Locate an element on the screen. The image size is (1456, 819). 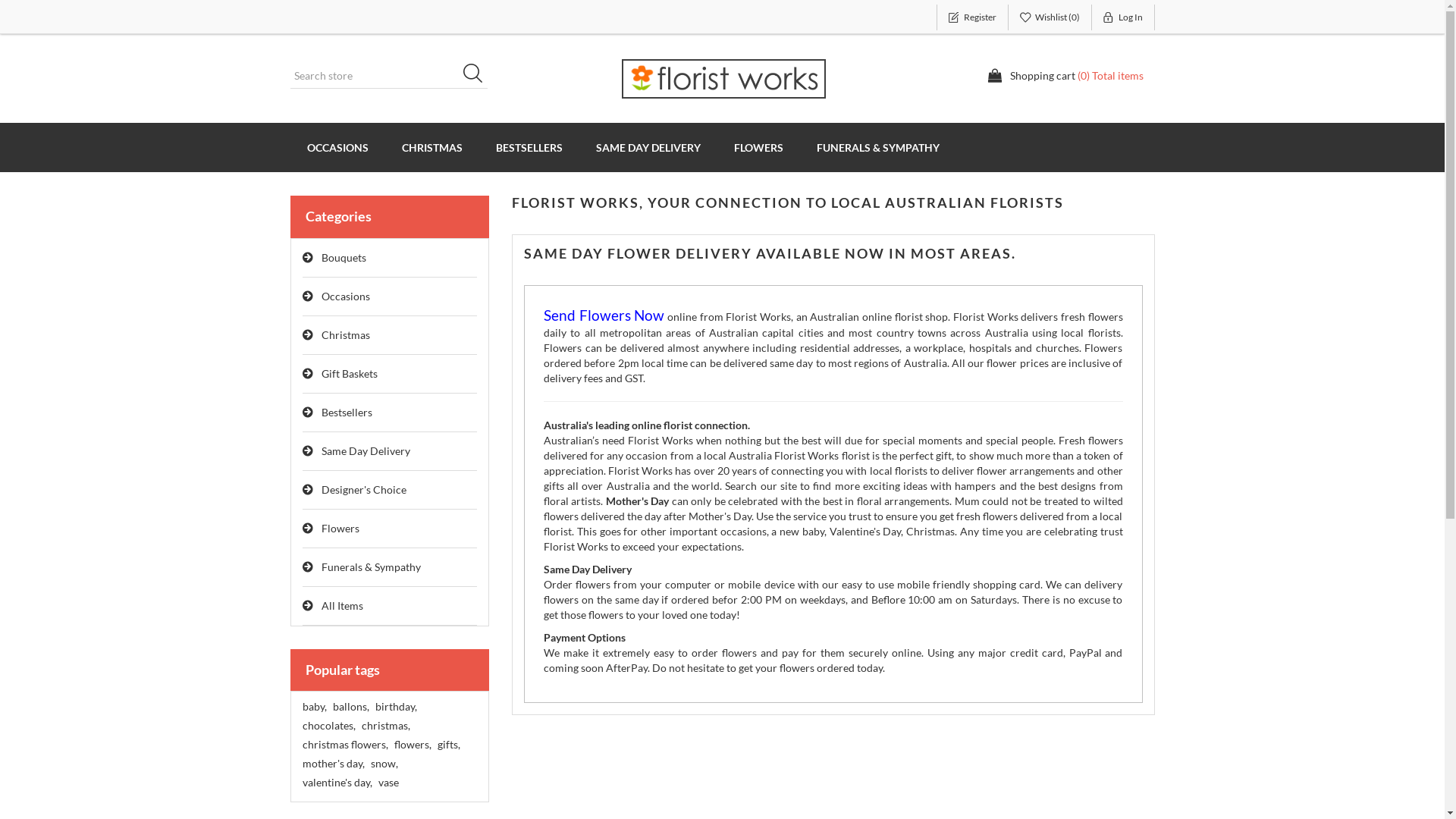
'Gift Baskets' is located at coordinates (389, 374).